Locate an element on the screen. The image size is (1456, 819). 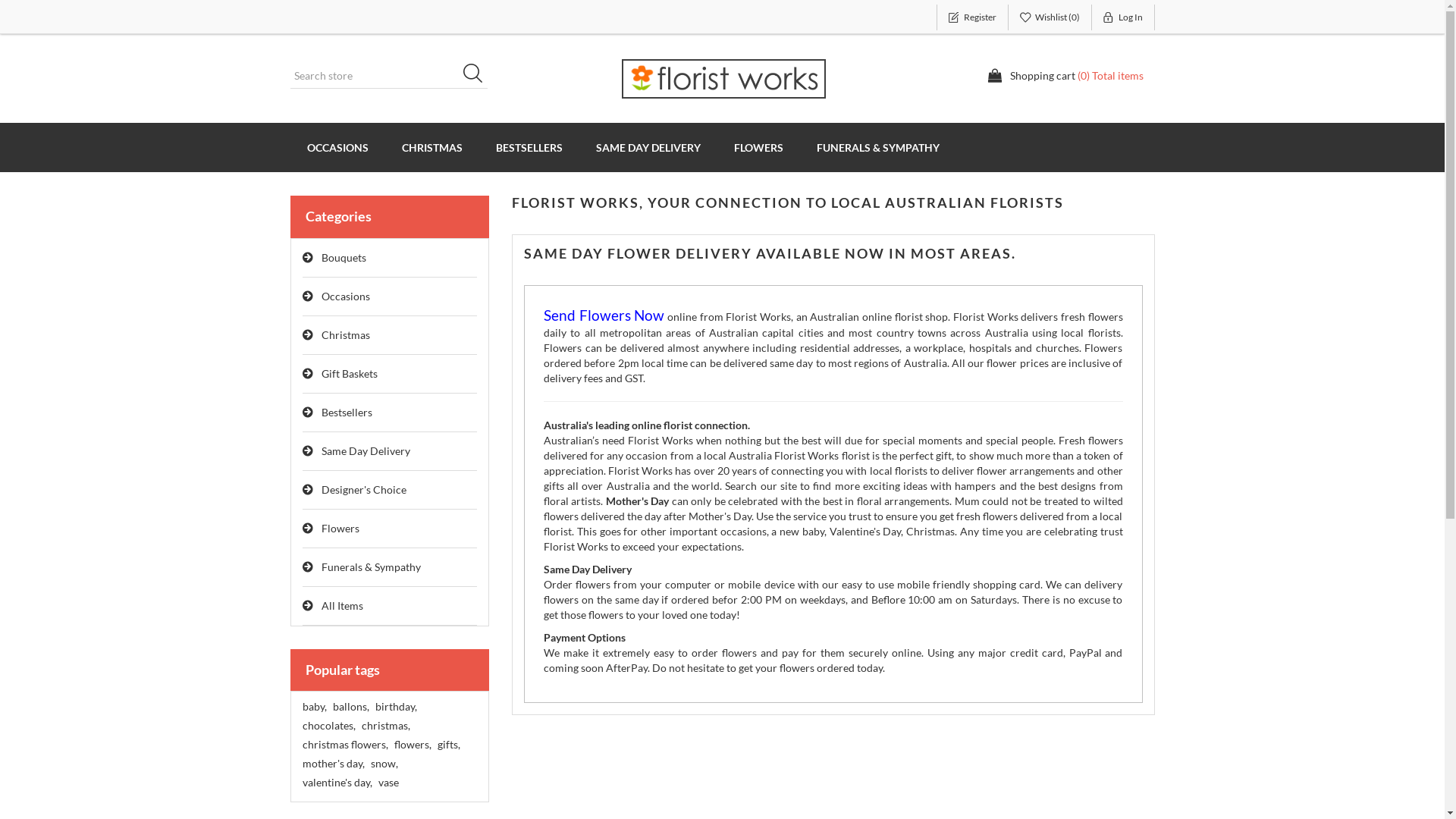
'Gift Baskets' is located at coordinates (389, 374).